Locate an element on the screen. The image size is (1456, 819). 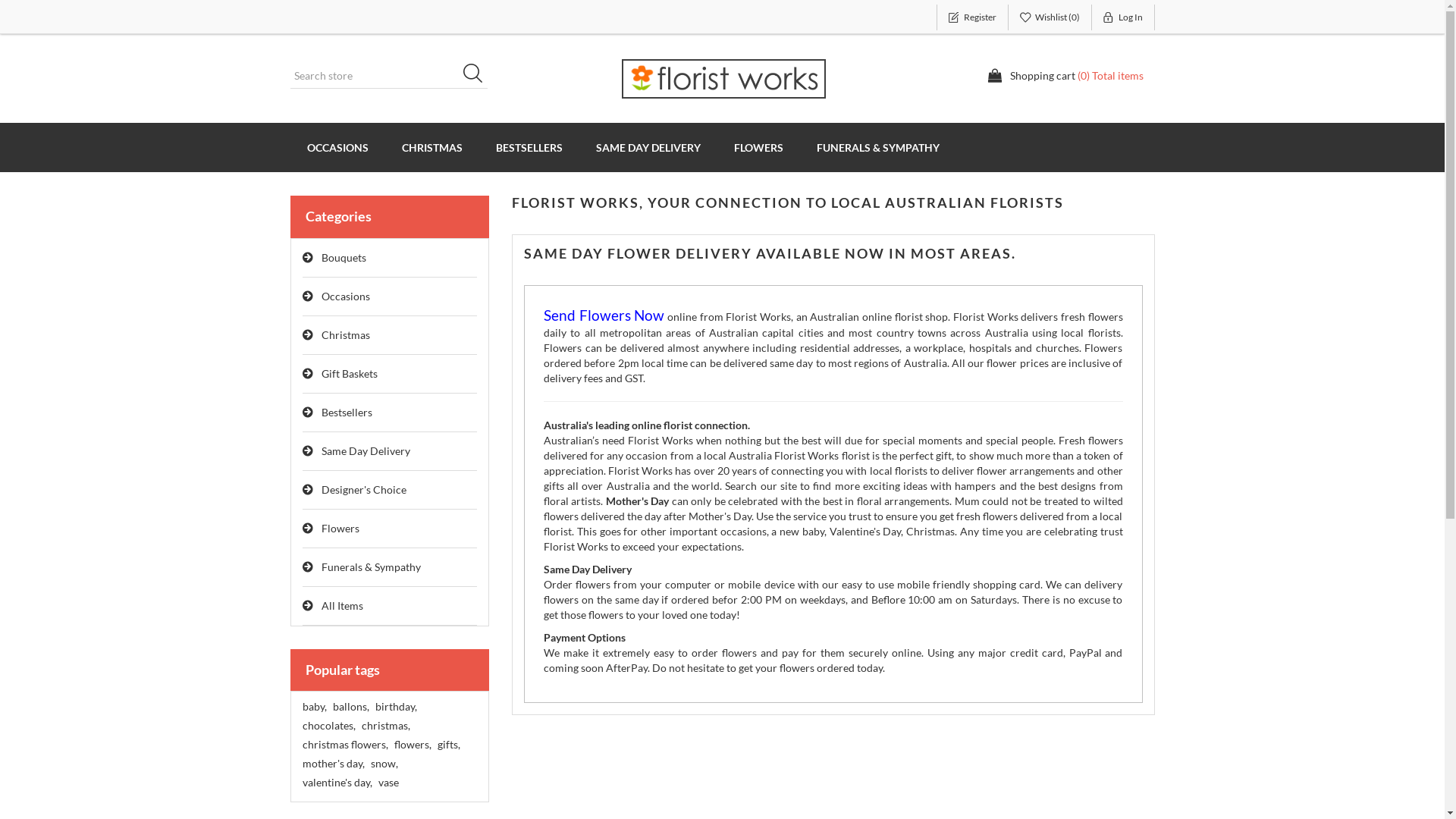
'Gift Baskets' is located at coordinates (389, 374).